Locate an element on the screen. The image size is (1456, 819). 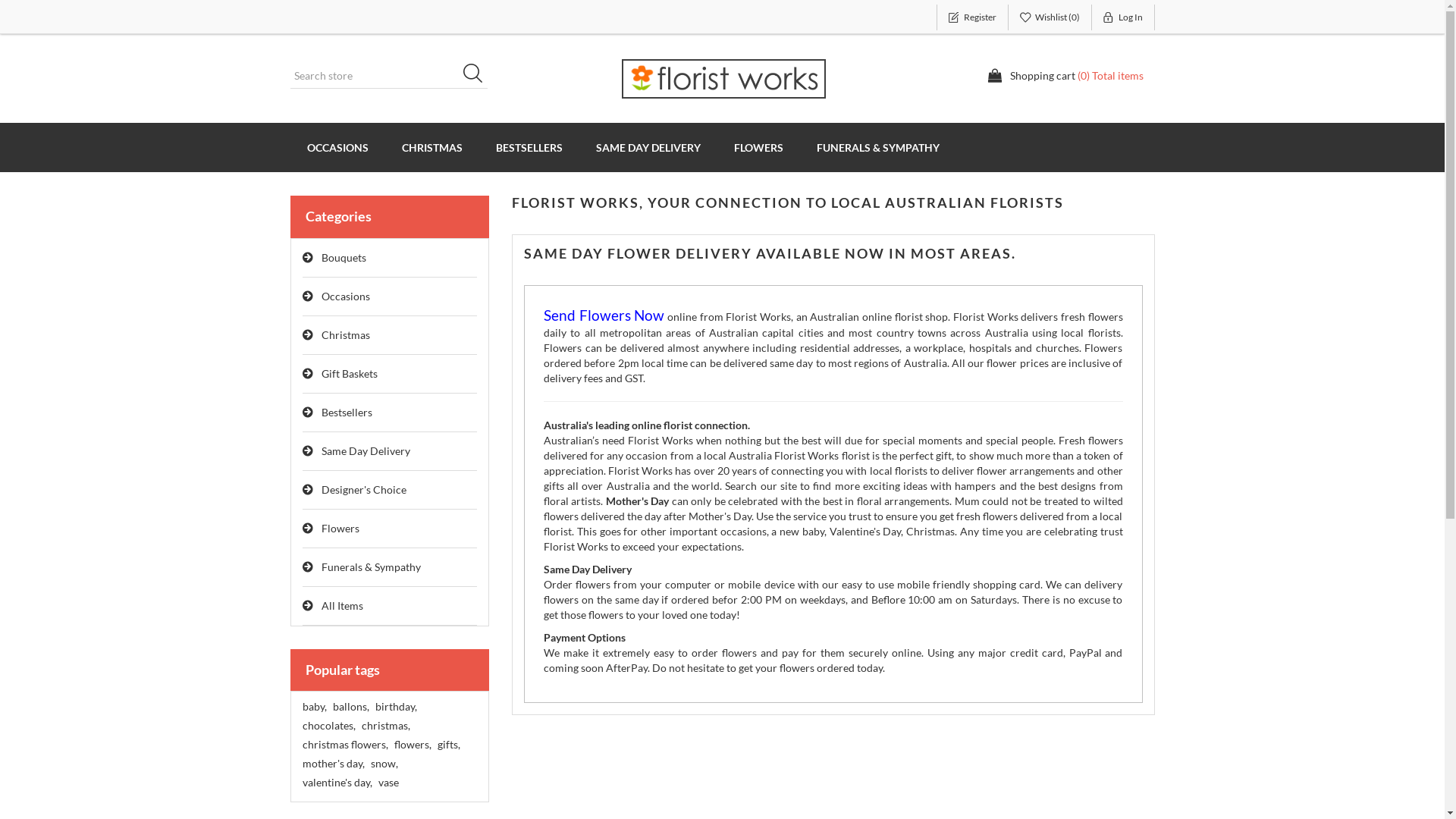
'Gift Baskets' is located at coordinates (389, 374).